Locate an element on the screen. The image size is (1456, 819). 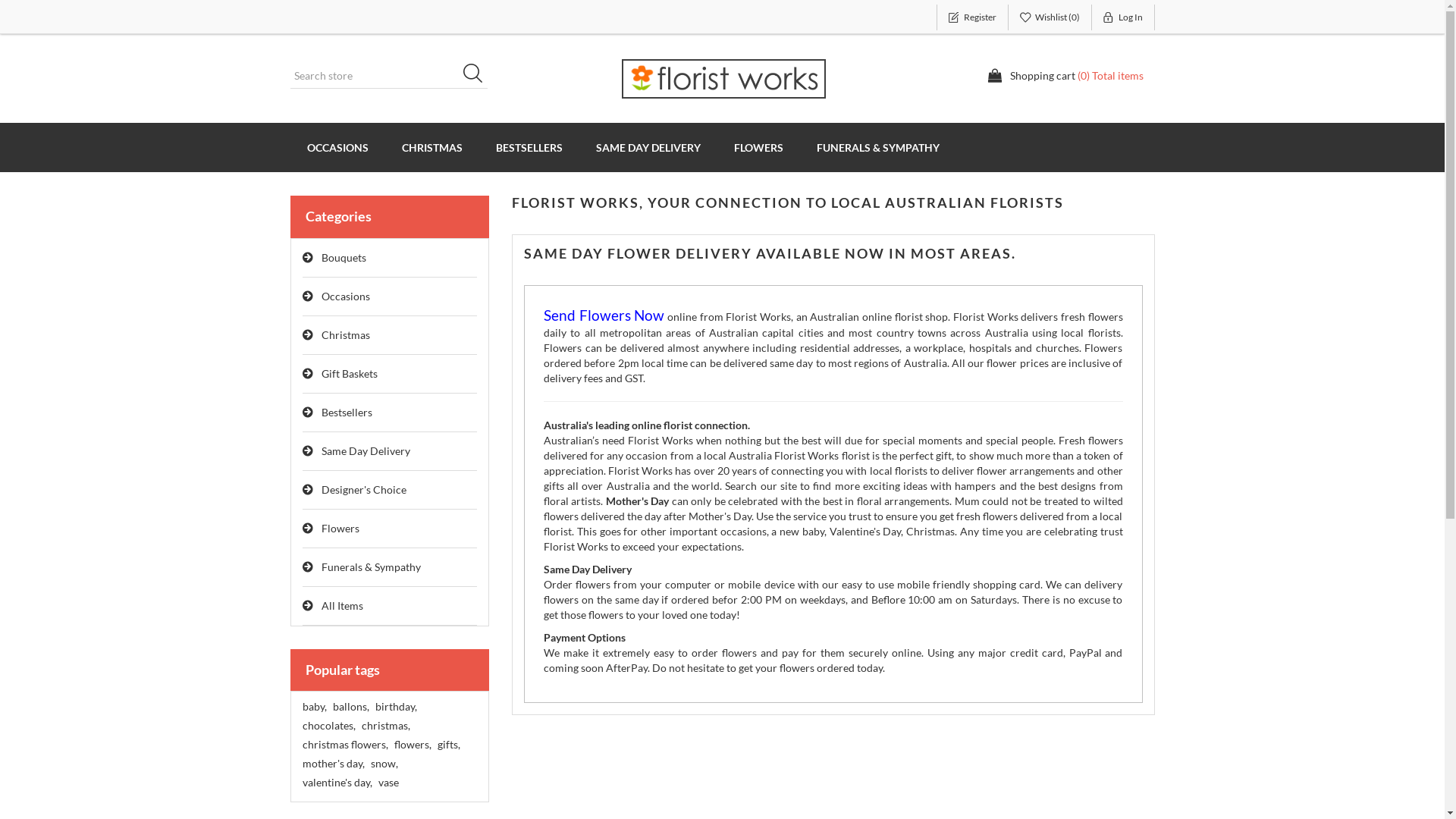
'Gift Baskets' is located at coordinates (389, 374).